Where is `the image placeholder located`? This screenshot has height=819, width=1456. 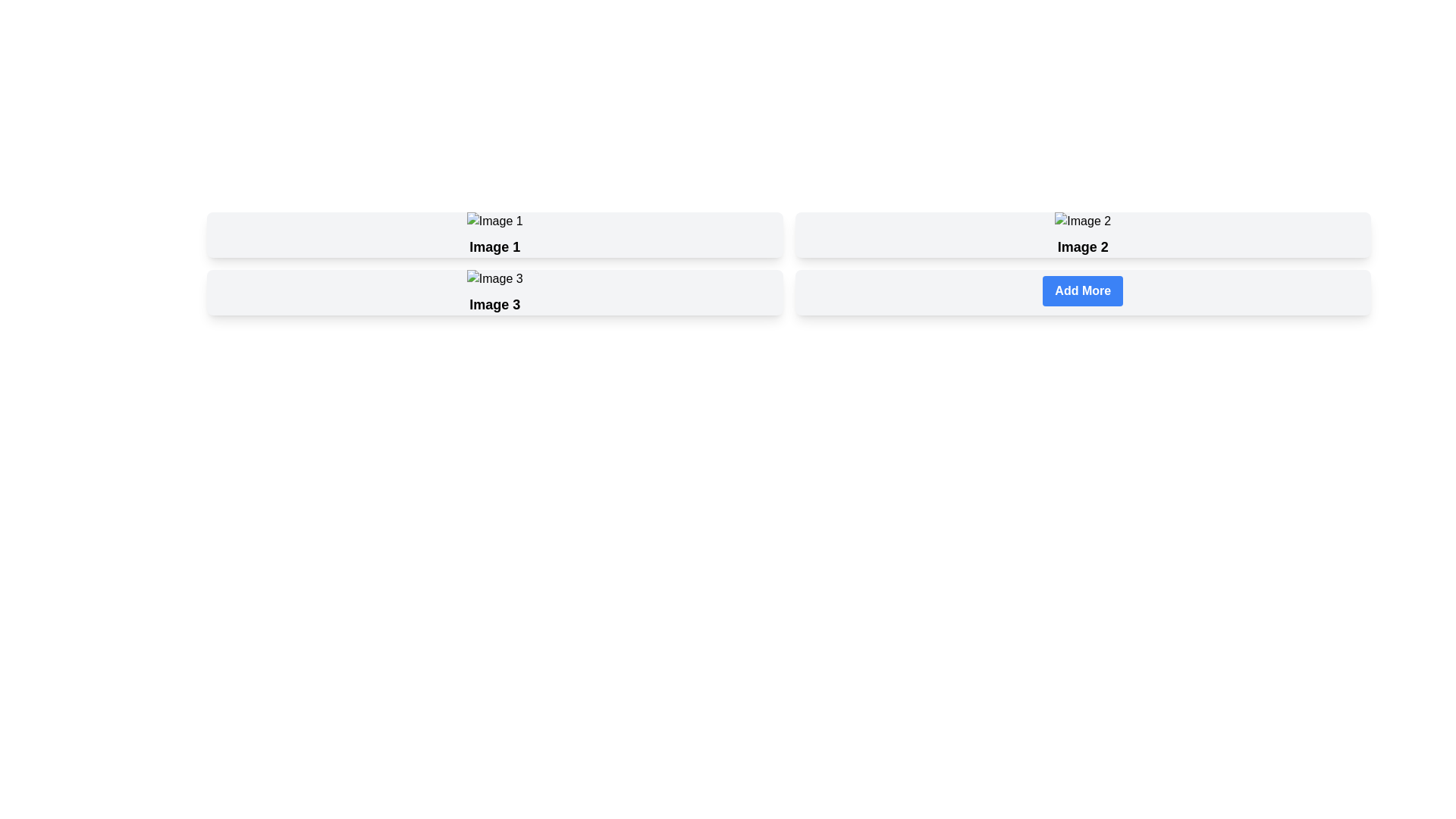
the image placeholder located is located at coordinates (1082, 221).